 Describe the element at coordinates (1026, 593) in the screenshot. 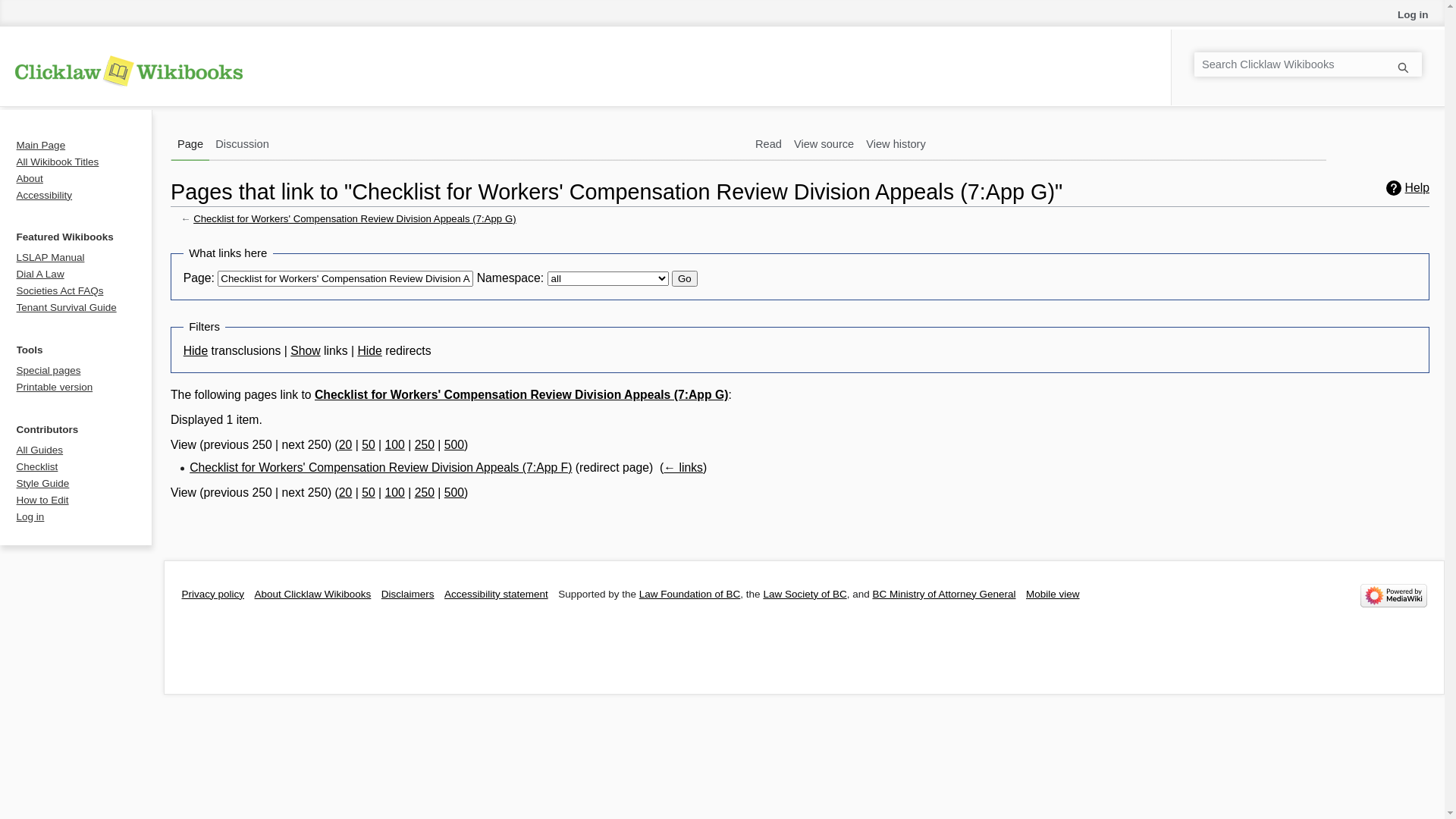

I see `'Mobile view'` at that location.